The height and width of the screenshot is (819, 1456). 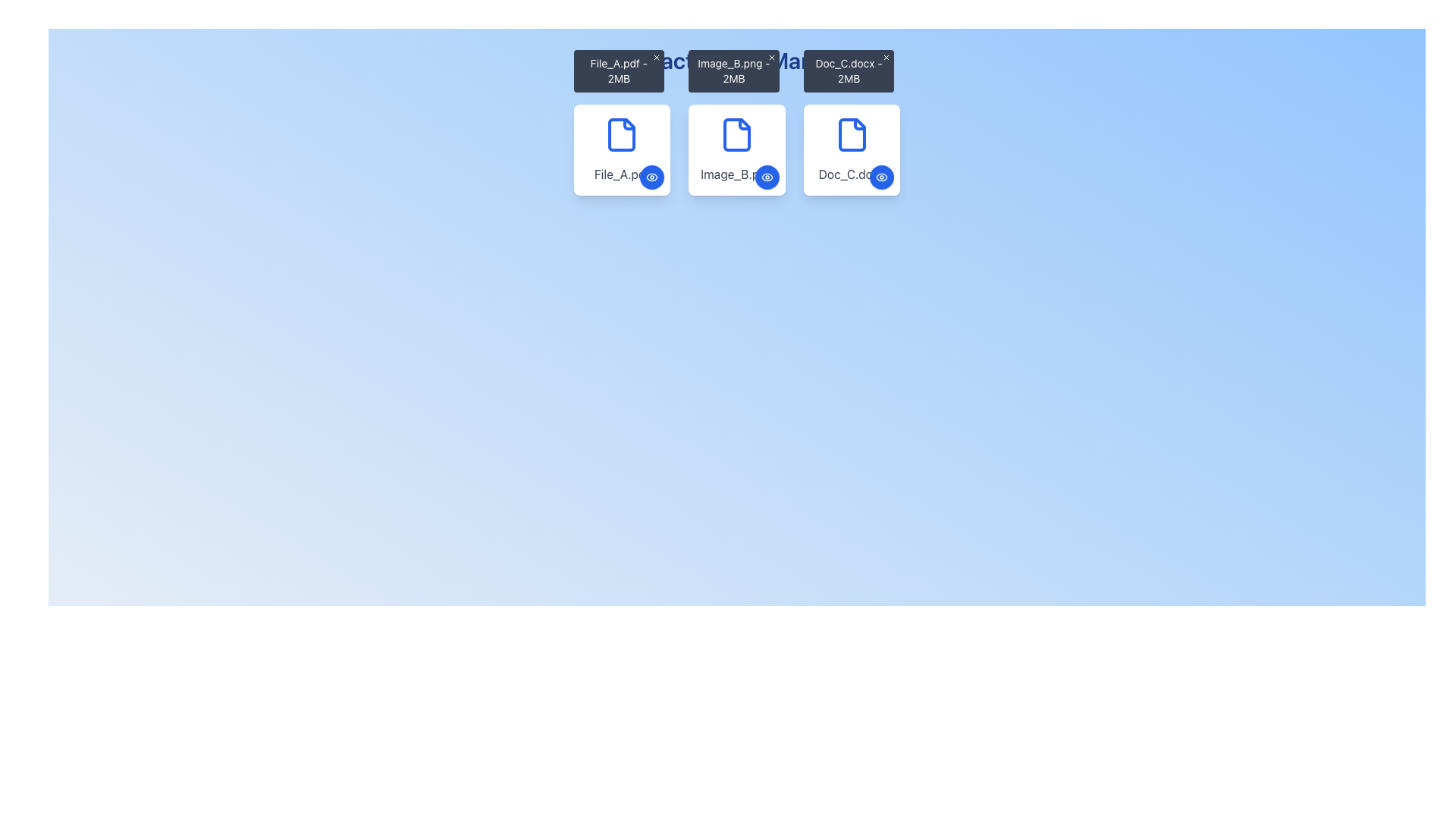 What do you see at coordinates (736, 133) in the screenshot?
I see `the file icon represented by a blue rectangle with a folded top-right corner, located within the card labeled 'Image_B.png'` at bounding box center [736, 133].